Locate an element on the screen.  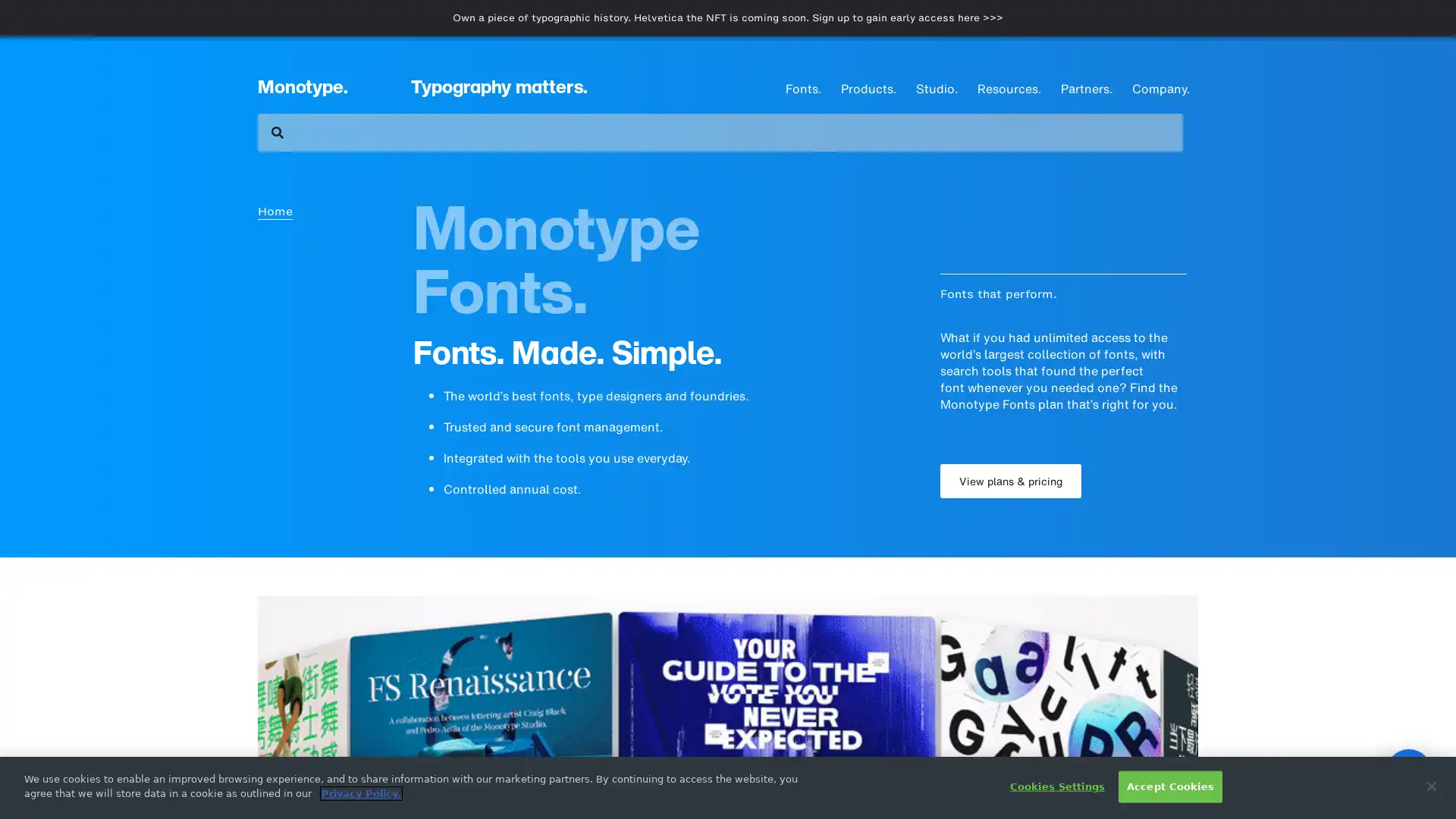
Close is located at coordinates (1430, 785).